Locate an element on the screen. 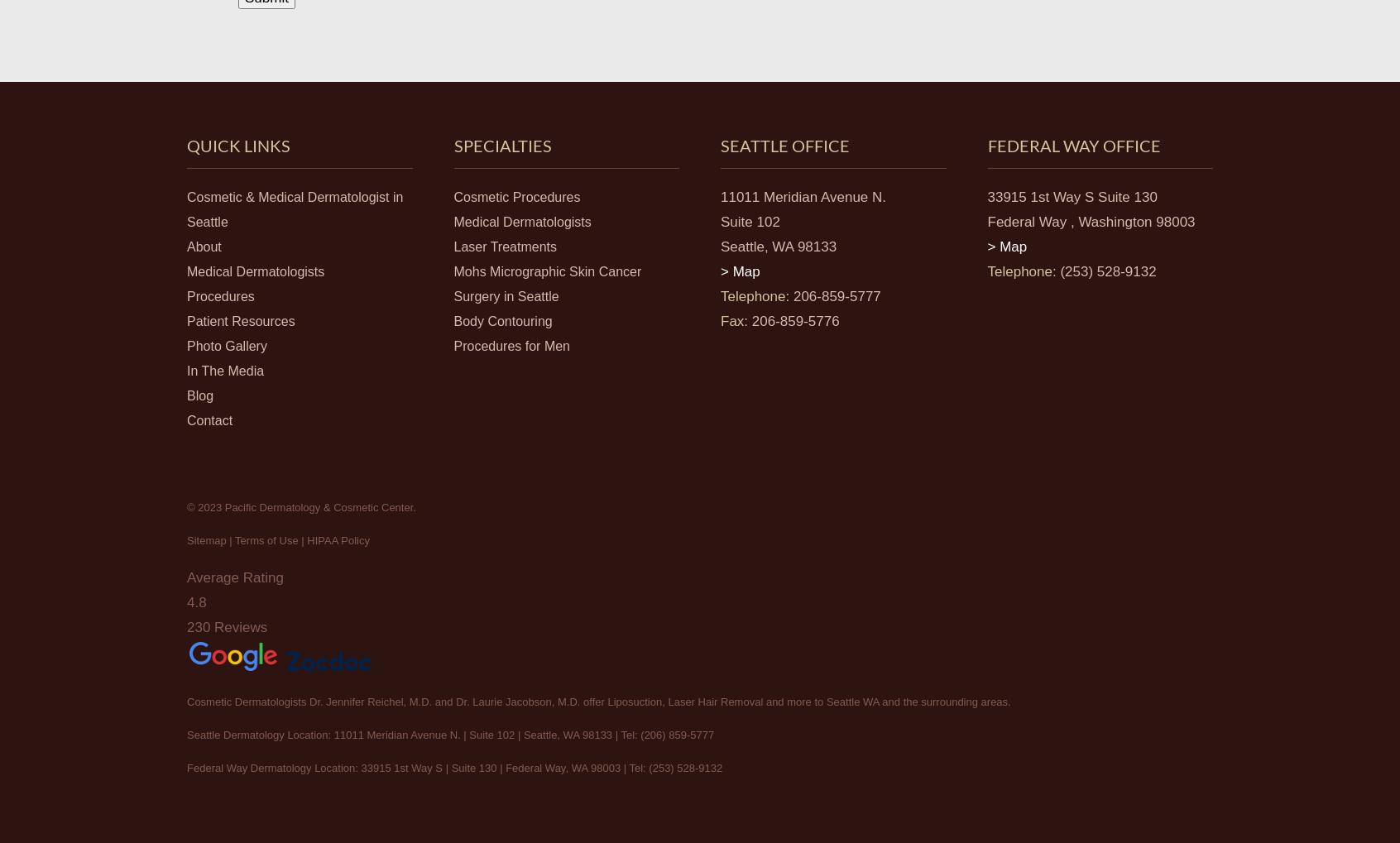 The image size is (1400, 843). 'Cosmetic & Medical Dermatologist in Seattle' is located at coordinates (295, 208).